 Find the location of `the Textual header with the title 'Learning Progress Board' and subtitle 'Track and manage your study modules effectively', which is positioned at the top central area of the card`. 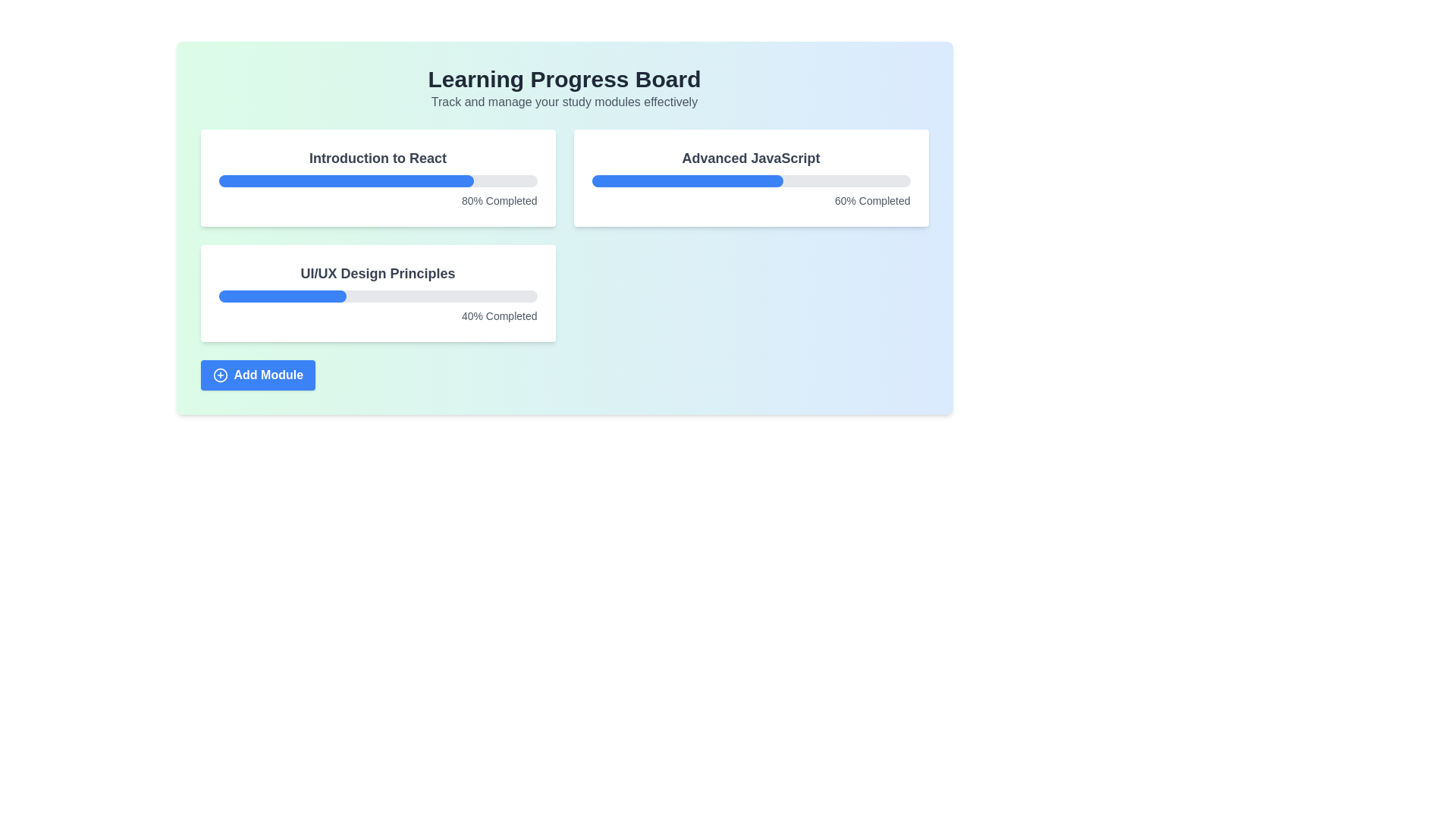

the Textual header with the title 'Learning Progress Board' and subtitle 'Track and manage your study modules effectively', which is positioned at the top central area of the card is located at coordinates (563, 88).